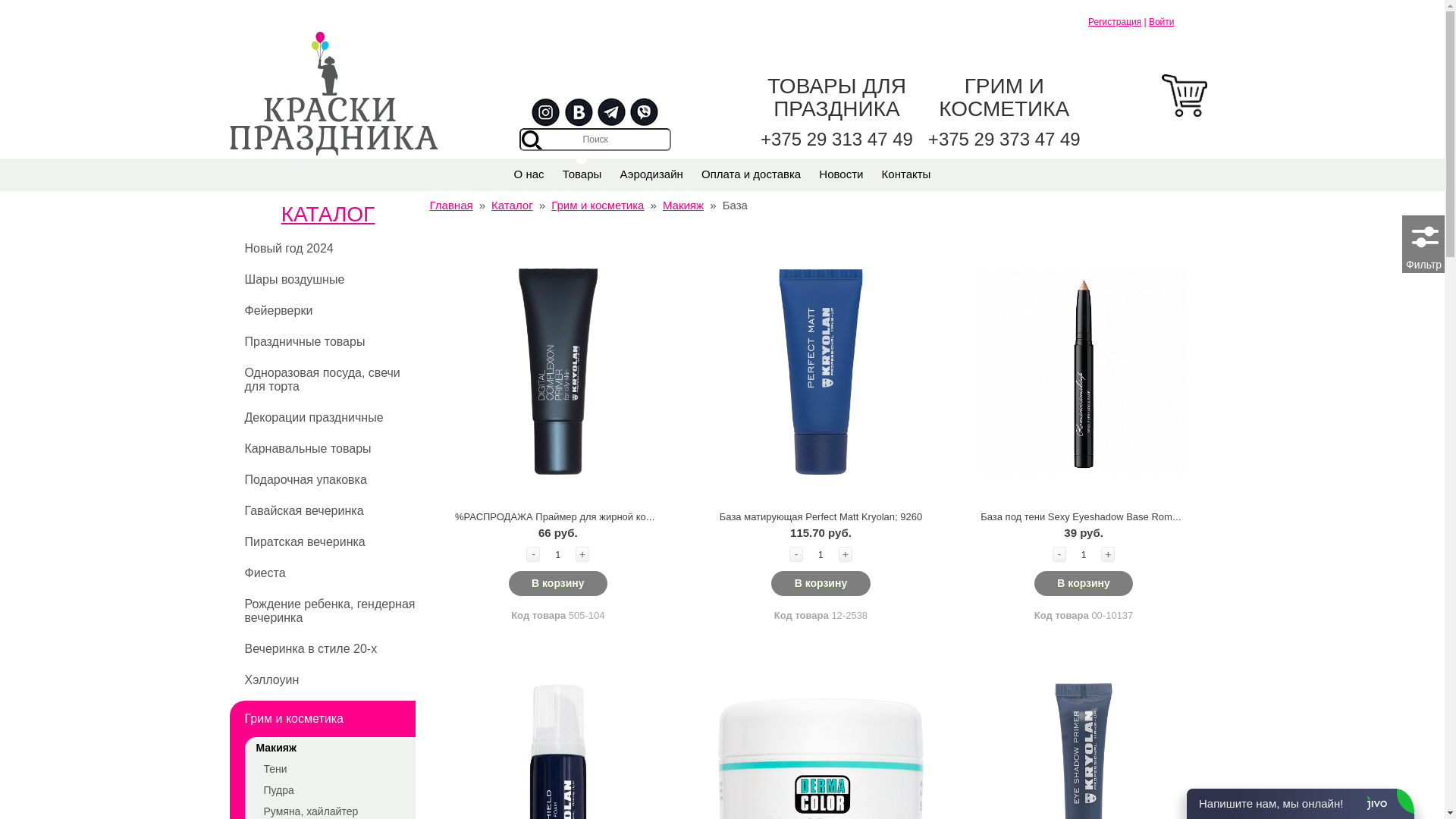 The width and height of the screenshot is (1456, 819). What do you see at coordinates (611, 112) in the screenshot?
I see `'telegram'` at bounding box center [611, 112].